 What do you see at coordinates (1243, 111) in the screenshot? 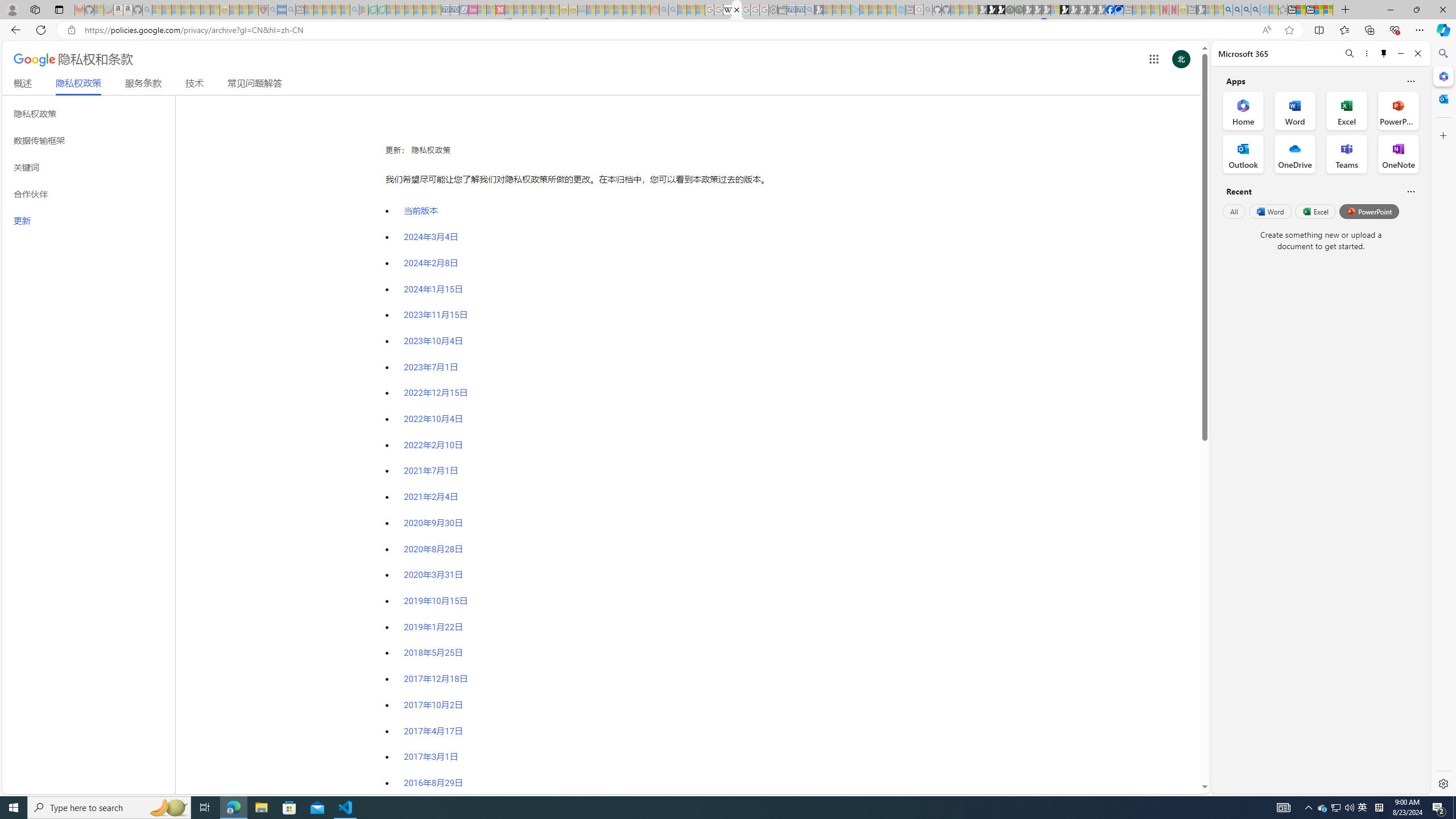
I see `'Home Office App'` at bounding box center [1243, 111].